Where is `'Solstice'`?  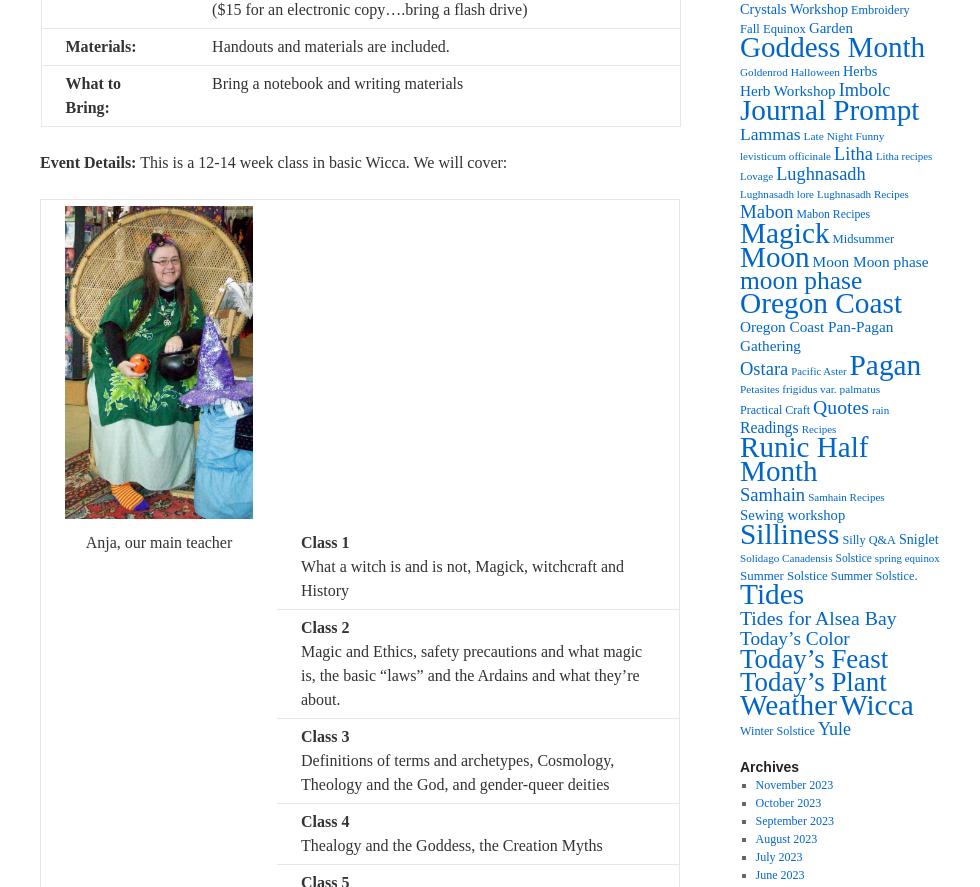 'Solstice' is located at coordinates (852, 557).